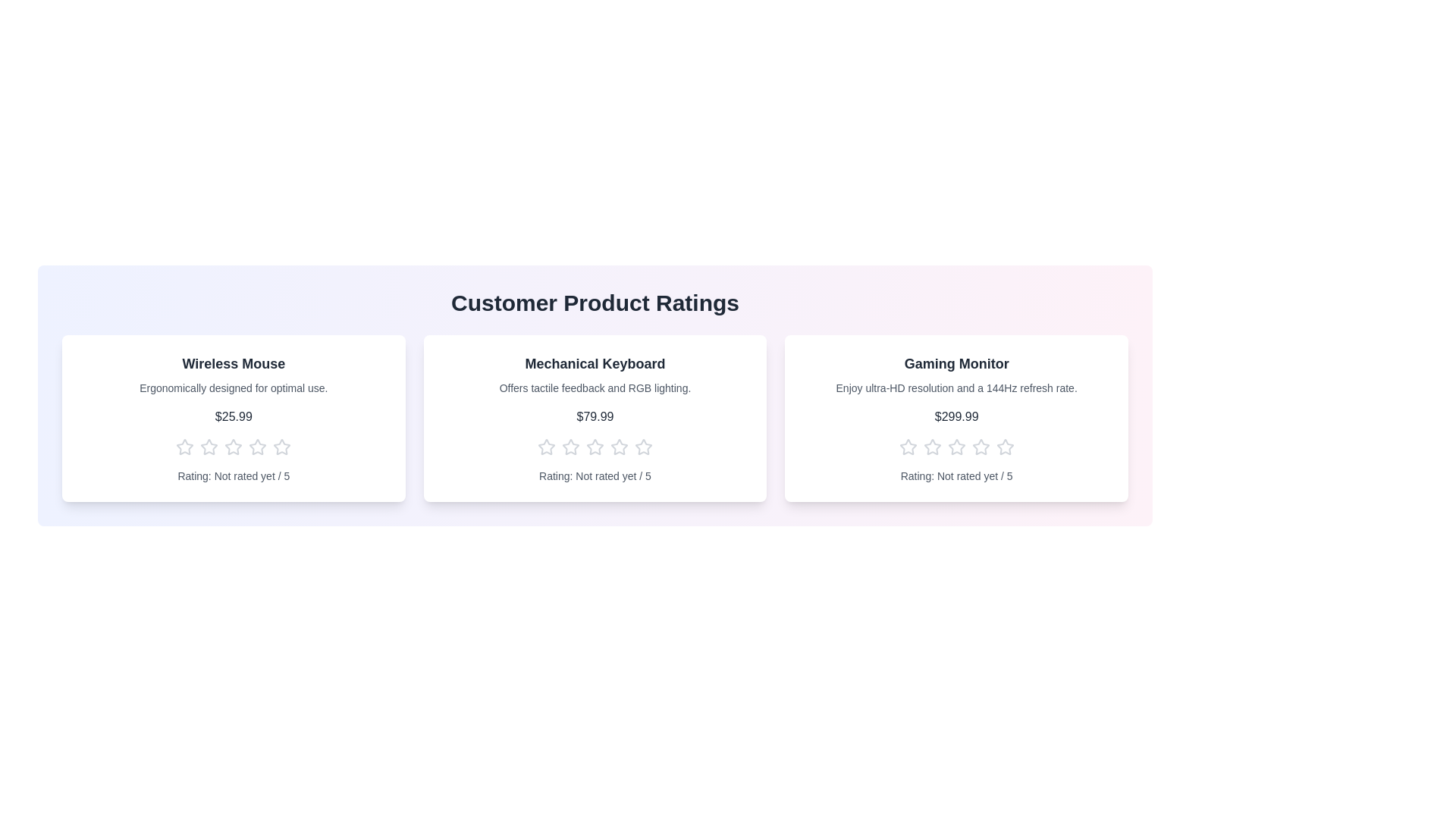 This screenshot has width=1456, height=819. What do you see at coordinates (232, 447) in the screenshot?
I see `the star corresponding to the rating 3 for the product Wireless Mouse` at bounding box center [232, 447].